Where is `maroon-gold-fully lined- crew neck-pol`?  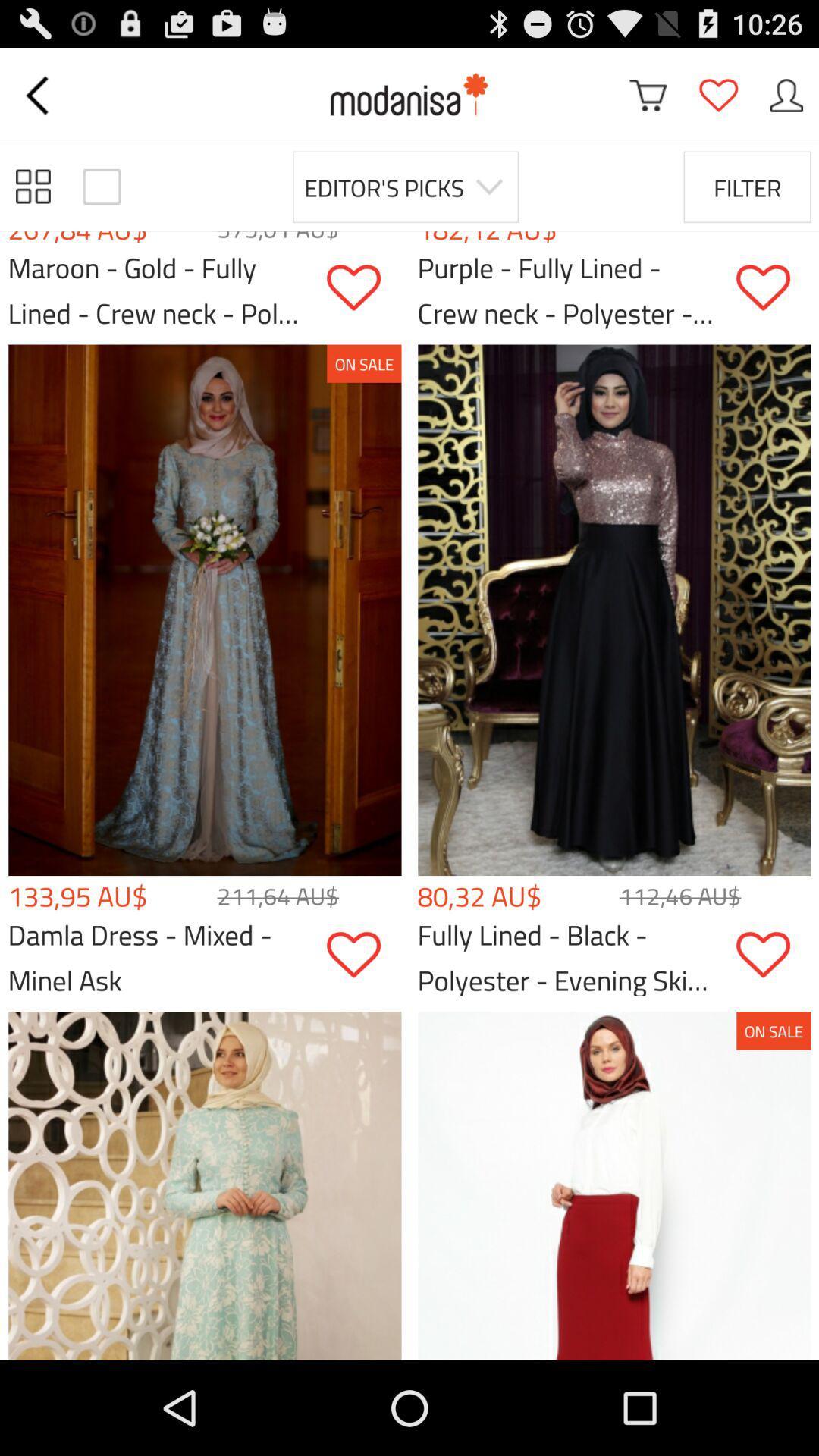 maroon-gold-fully lined- crew neck-pol is located at coordinates (363, 287).